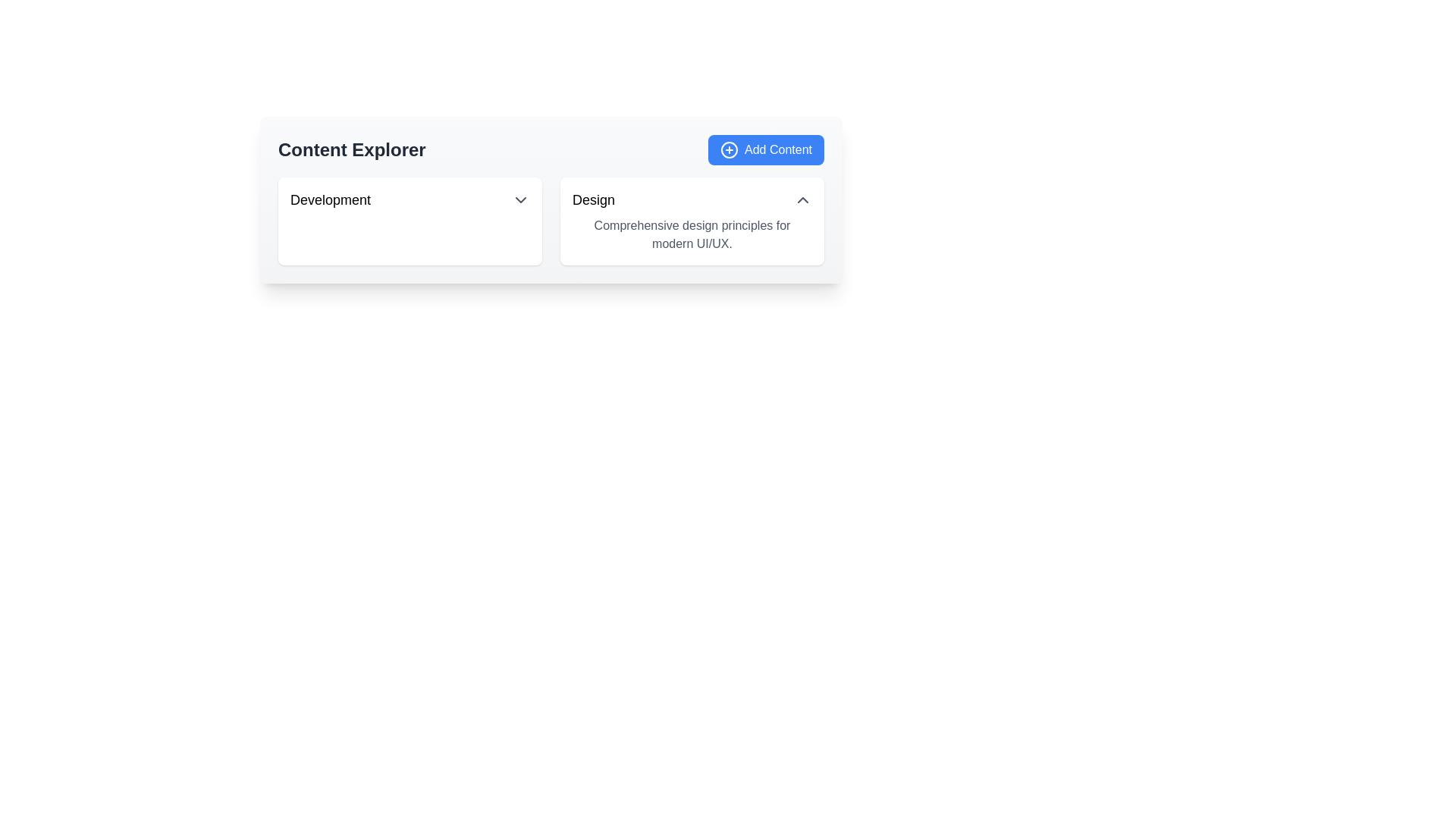  I want to click on the first card button in the selection menu or dashboard, so click(410, 221).